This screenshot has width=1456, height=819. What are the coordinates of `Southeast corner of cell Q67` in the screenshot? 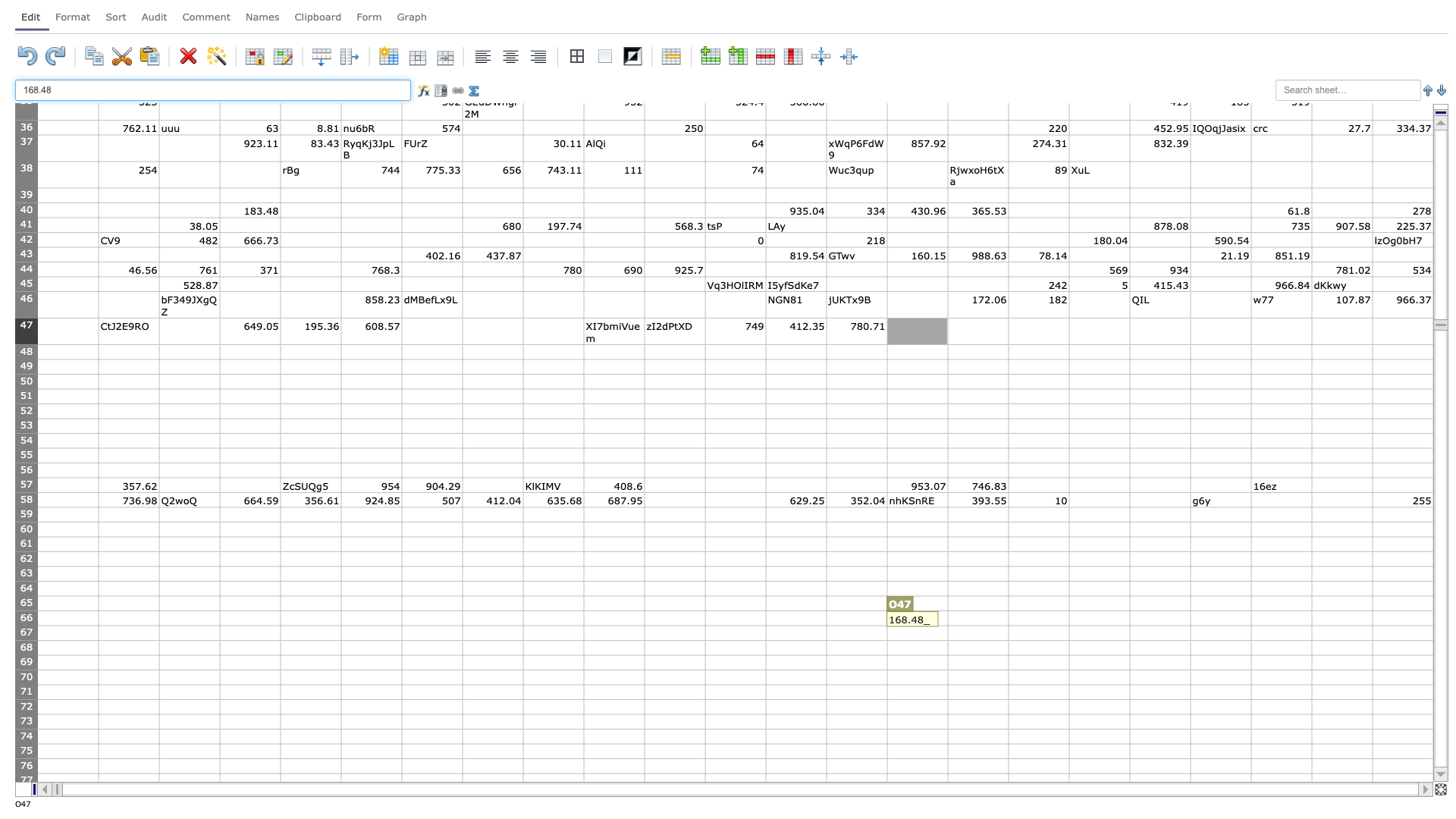 It's located at (1068, 640).